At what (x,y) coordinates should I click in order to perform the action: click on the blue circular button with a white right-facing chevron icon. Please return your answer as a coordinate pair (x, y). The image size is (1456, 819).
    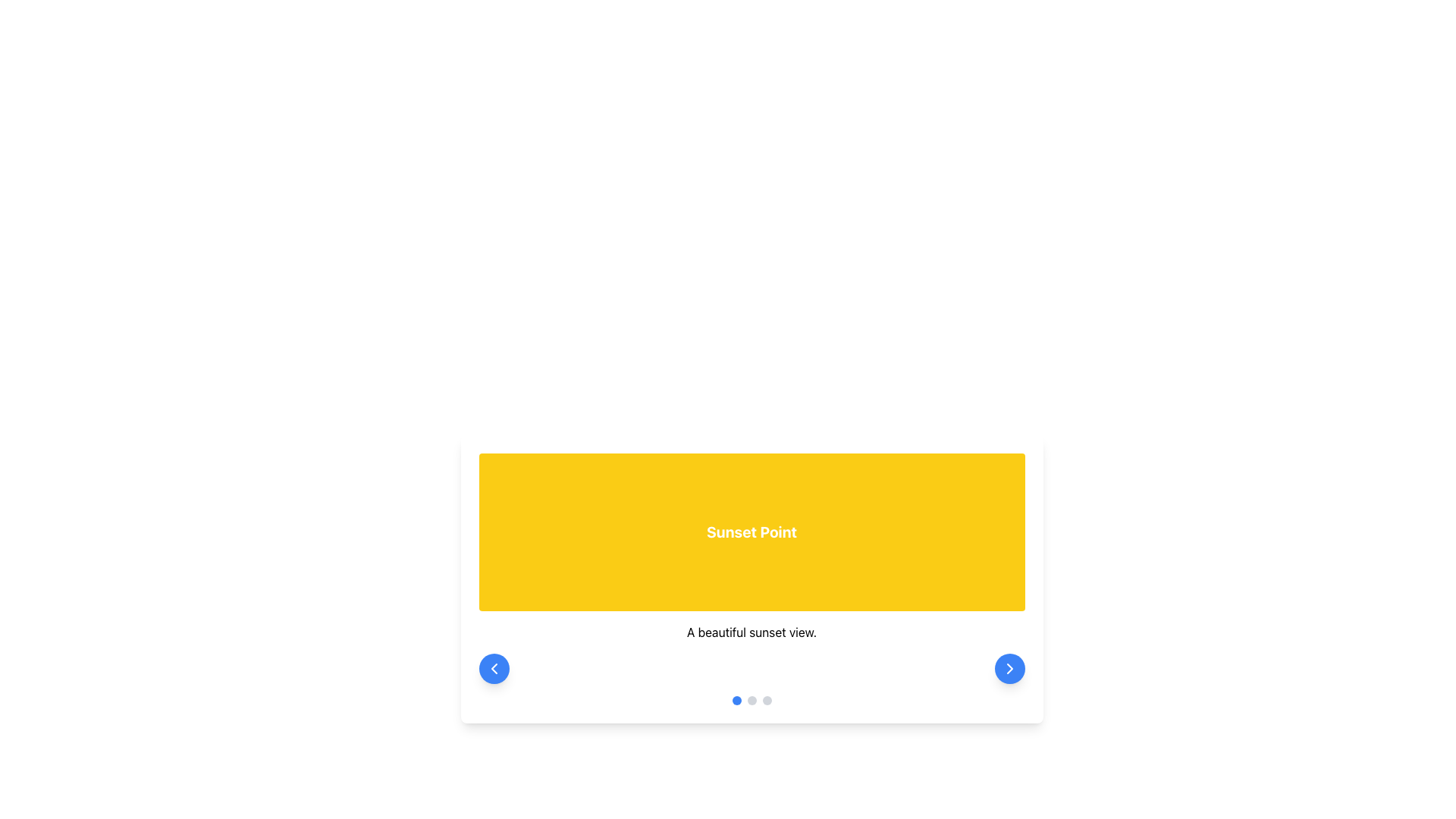
    Looking at the image, I should click on (1009, 668).